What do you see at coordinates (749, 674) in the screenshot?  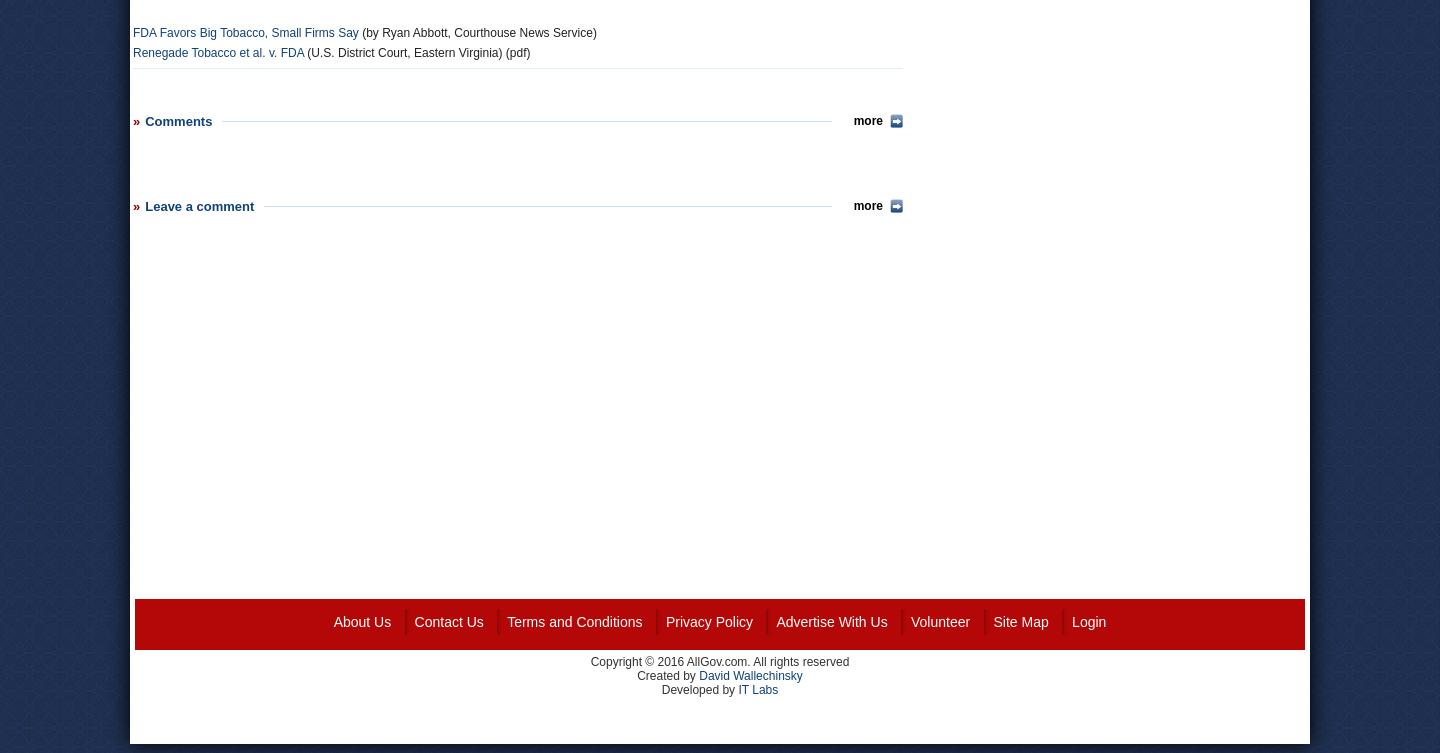 I see `'David Wallechinsky'` at bounding box center [749, 674].